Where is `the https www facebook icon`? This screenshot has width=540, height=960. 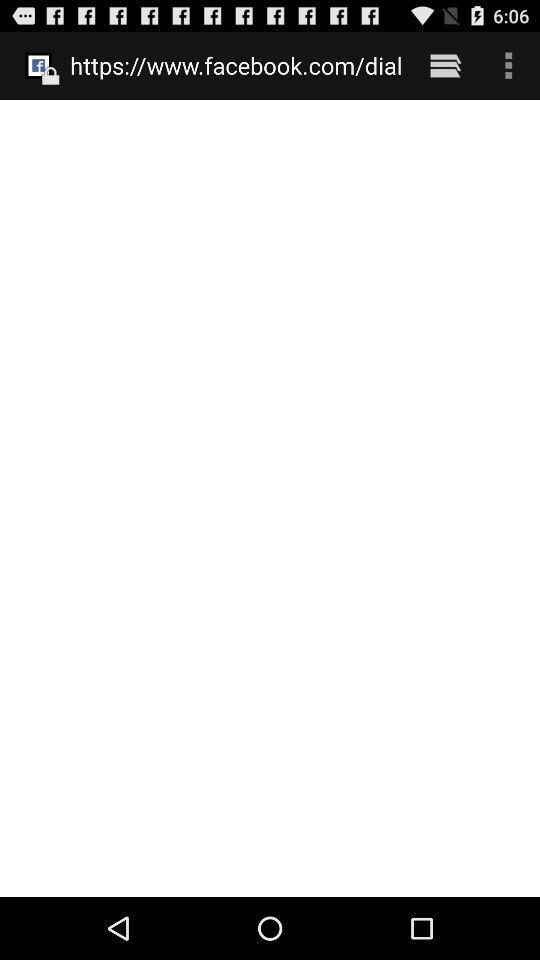
the https www facebook icon is located at coordinates (235, 65).